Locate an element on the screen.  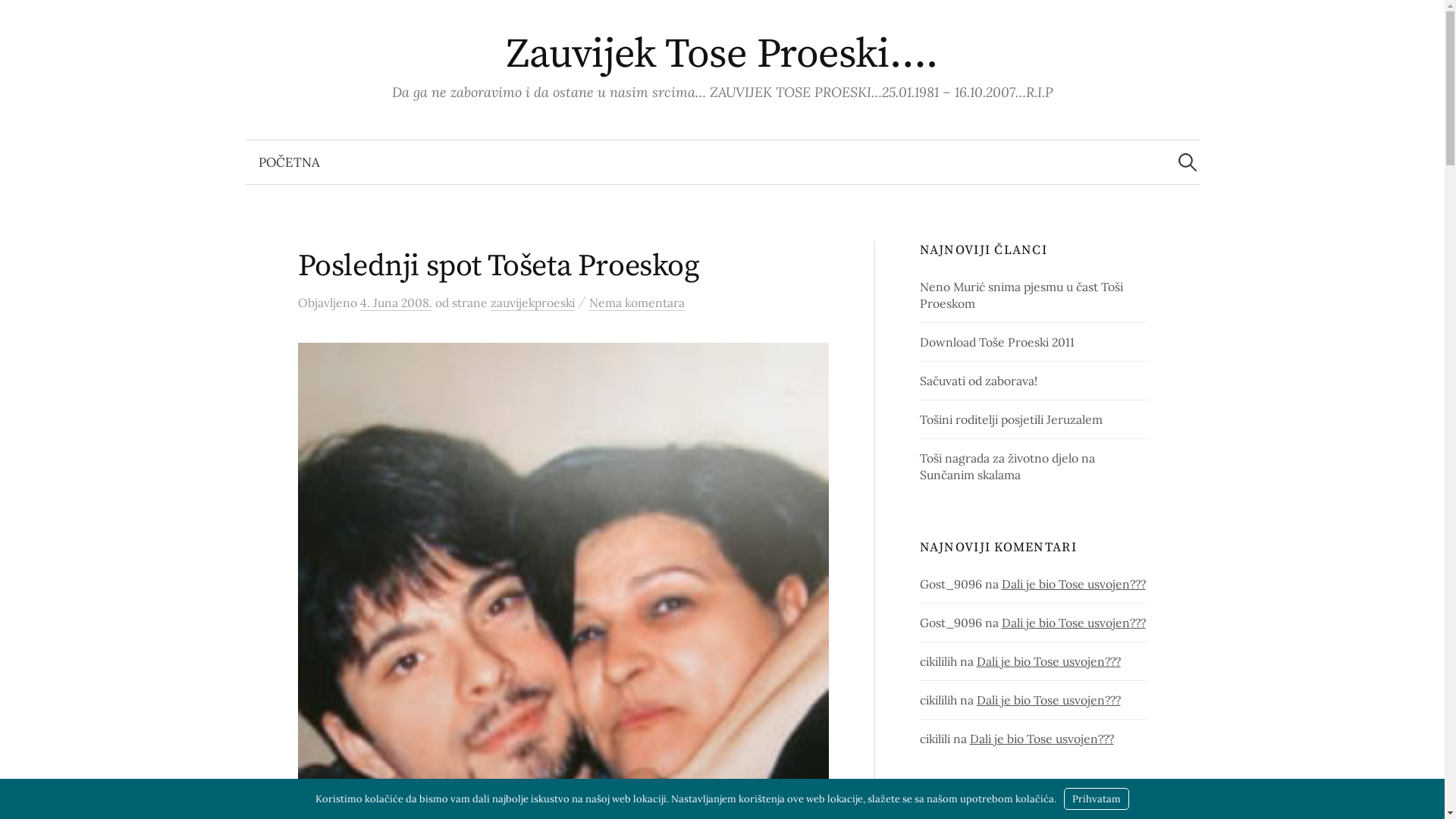
'Prihvatam' is located at coordinates (1096, 798).